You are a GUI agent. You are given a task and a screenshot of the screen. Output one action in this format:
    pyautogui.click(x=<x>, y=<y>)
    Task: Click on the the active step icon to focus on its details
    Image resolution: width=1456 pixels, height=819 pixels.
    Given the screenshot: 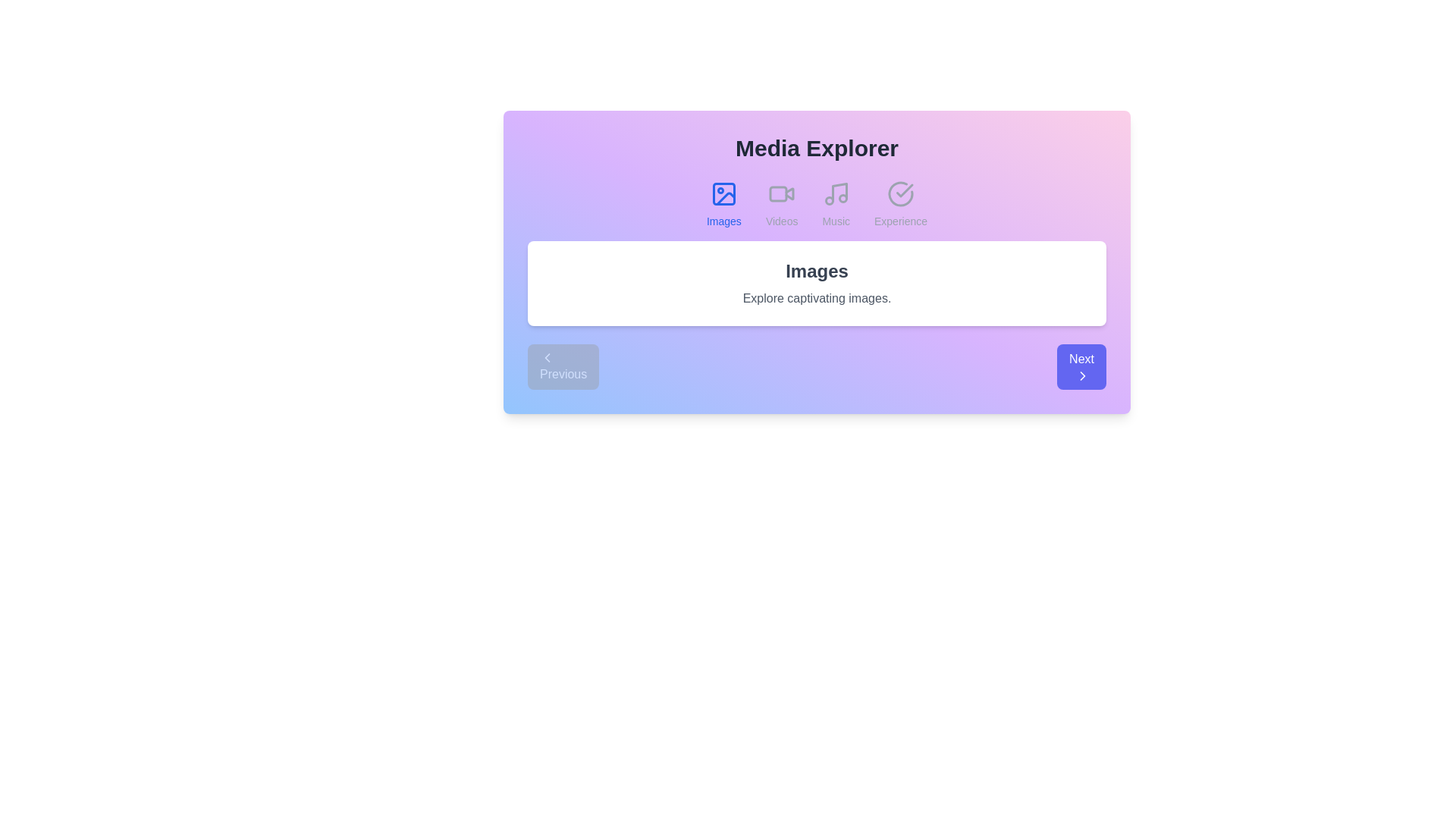 What is the action you would take?
    pyautogui.click(x=723, y=193)
    